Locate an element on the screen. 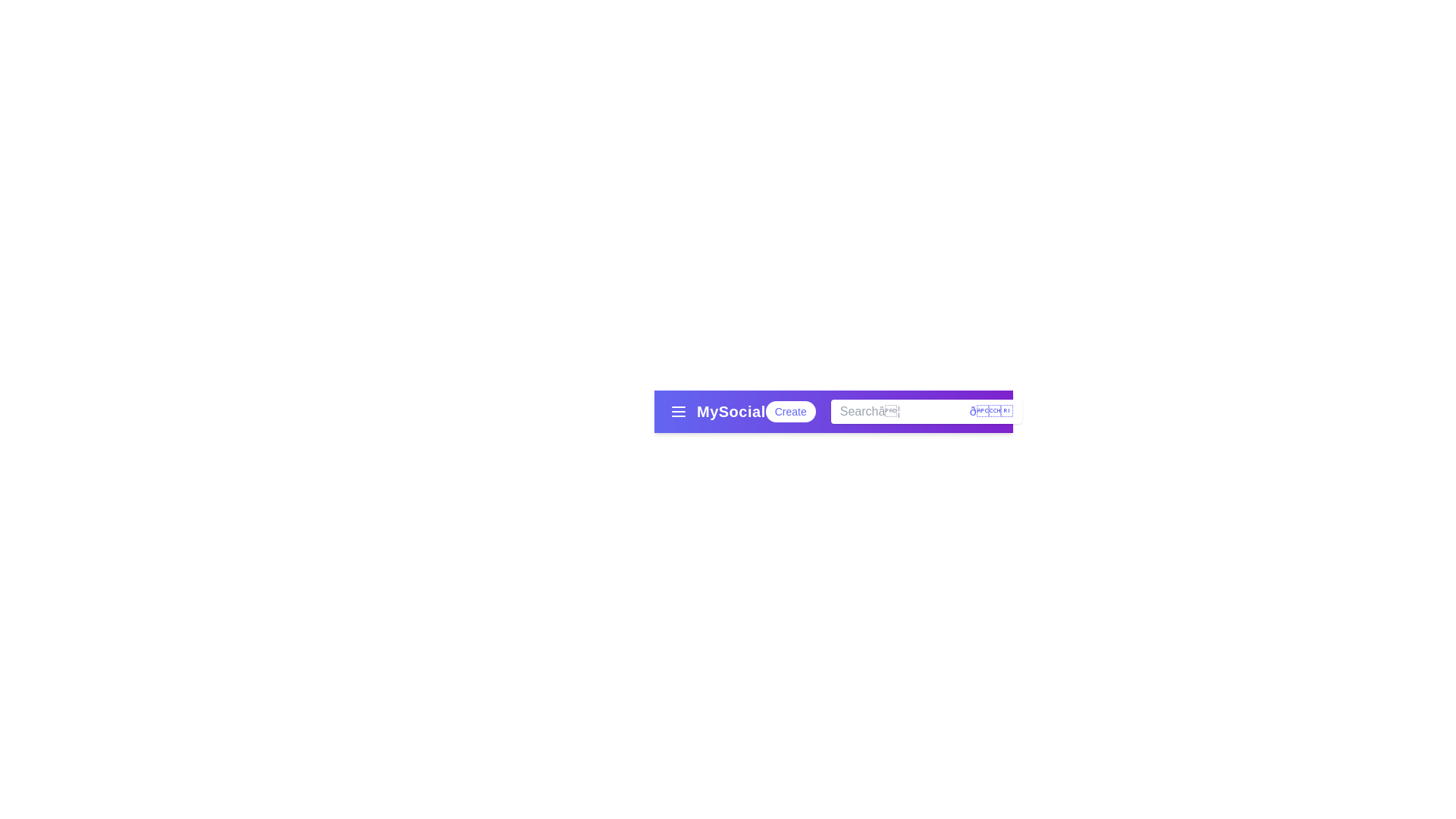 The height and width of the screenshot is (819, 1456). the menu_icon to observe its hover effect is located at coordinates (677, 412).